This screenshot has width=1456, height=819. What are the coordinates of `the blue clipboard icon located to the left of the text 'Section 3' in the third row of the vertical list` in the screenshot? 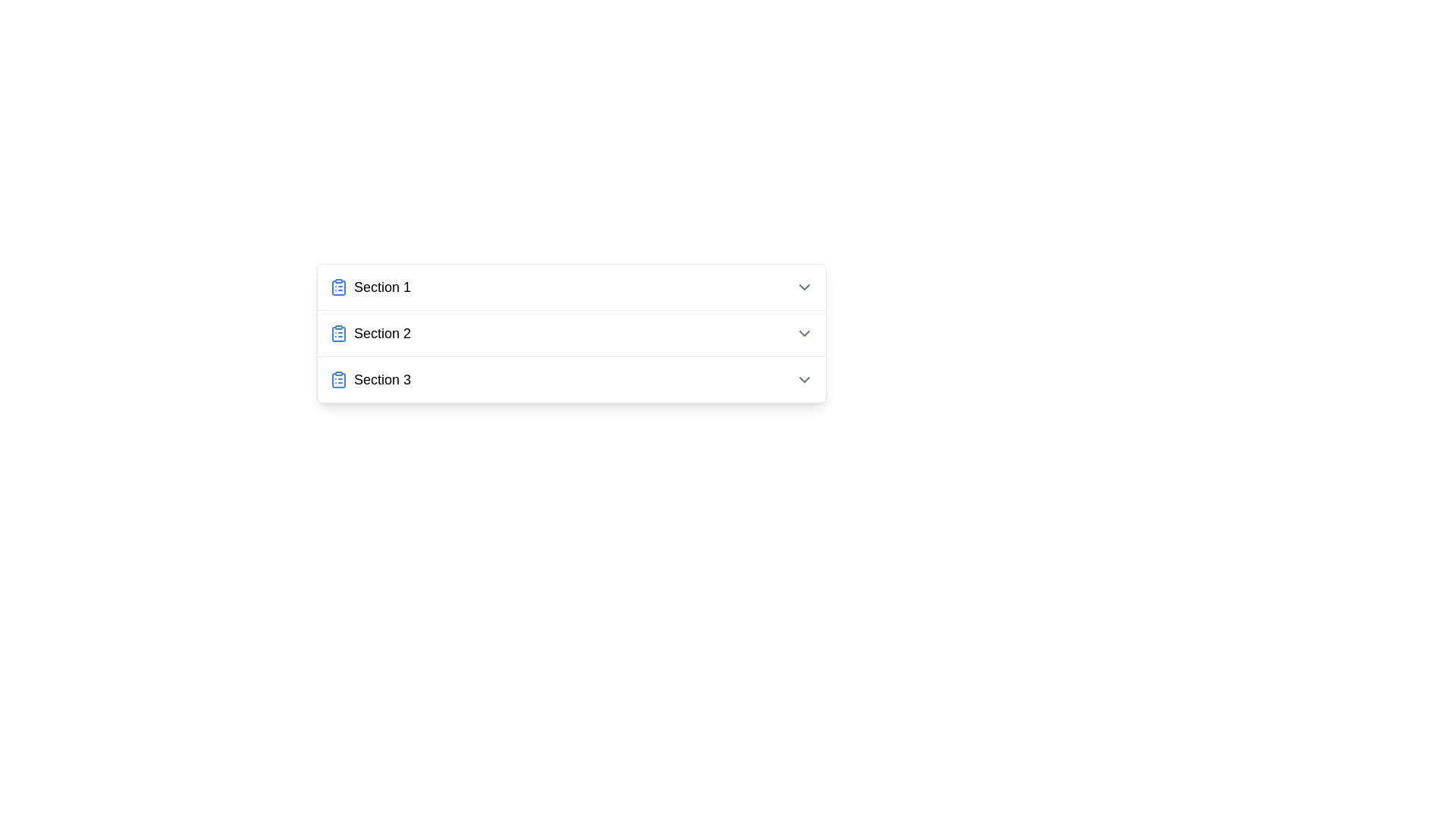 It's located at (337, 379).